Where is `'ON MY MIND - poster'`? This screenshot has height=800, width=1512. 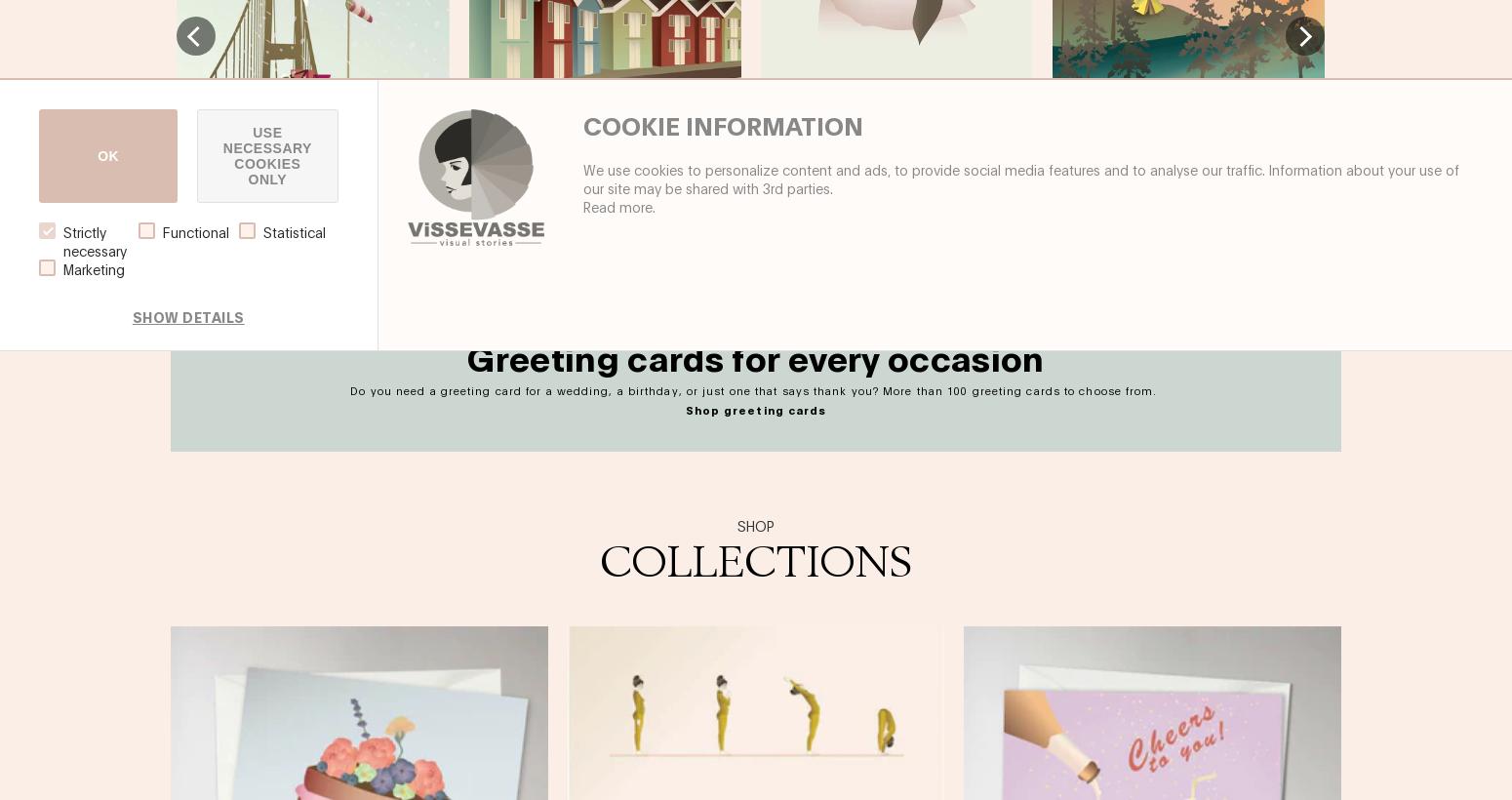
'ON MY MIND - poster' is located at coordinates (759, 105).